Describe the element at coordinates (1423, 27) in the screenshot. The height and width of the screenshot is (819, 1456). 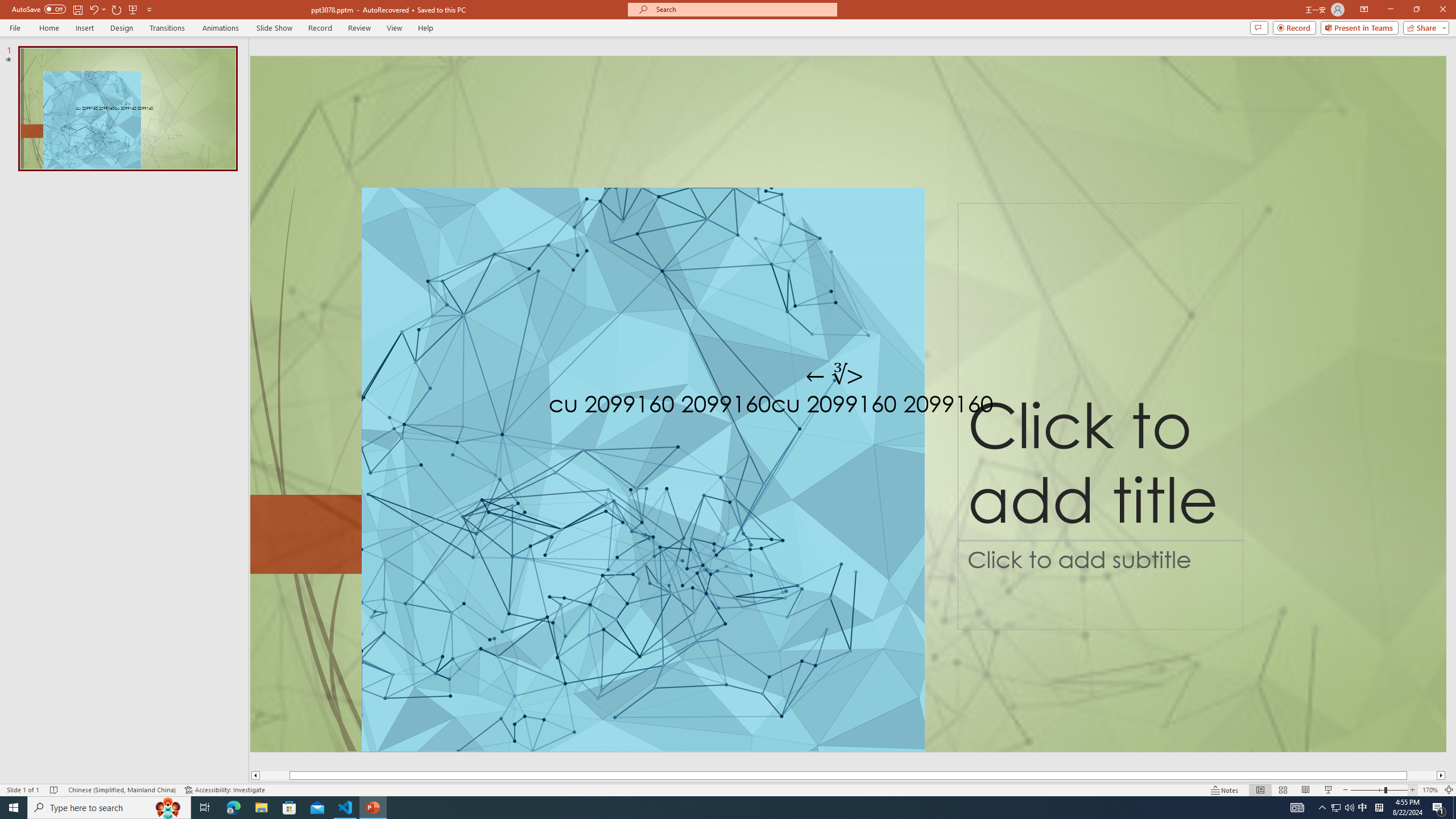
I see `'Share'` at that location.